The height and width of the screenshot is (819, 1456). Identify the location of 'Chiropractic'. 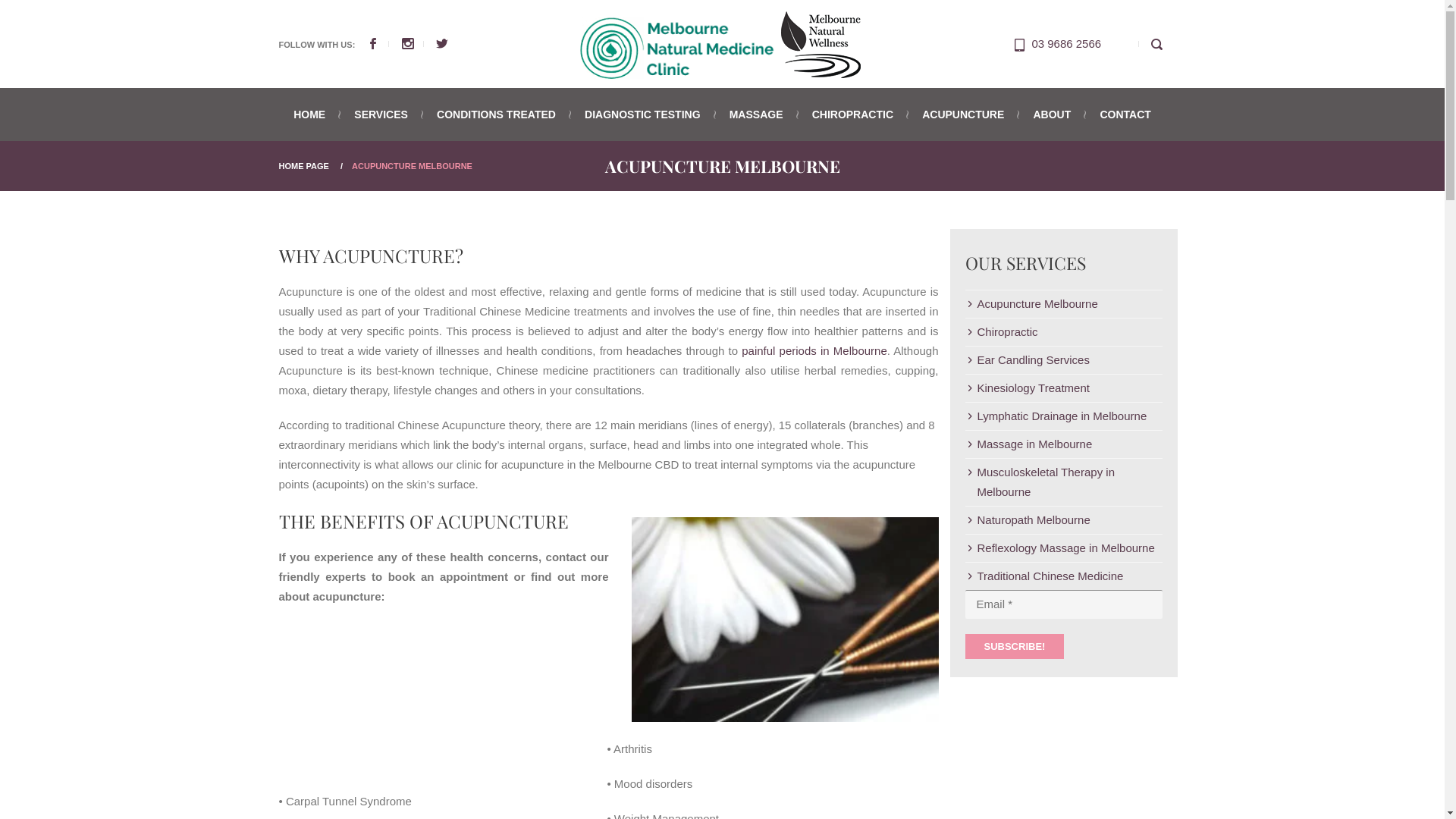
(1001, 331).